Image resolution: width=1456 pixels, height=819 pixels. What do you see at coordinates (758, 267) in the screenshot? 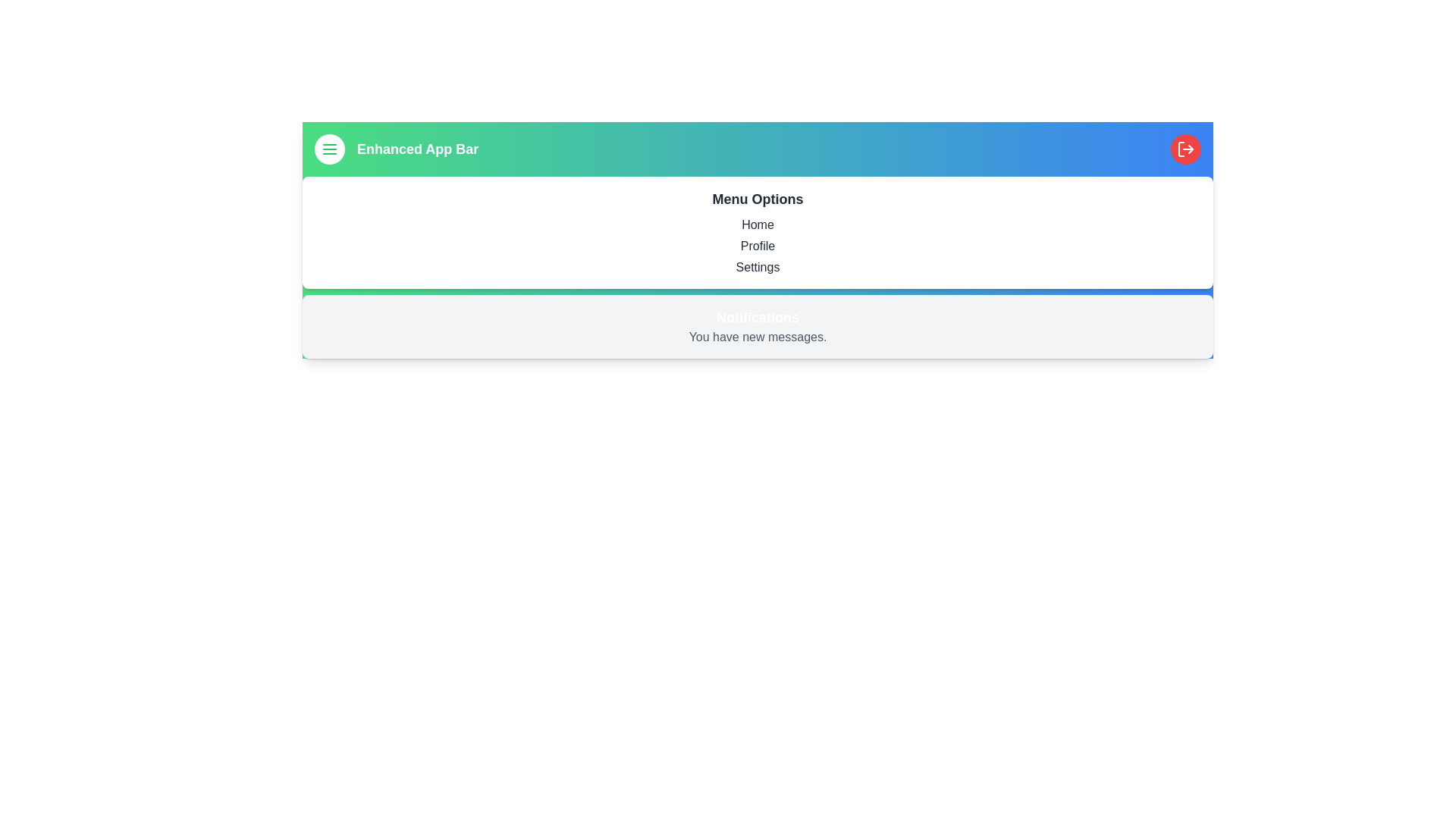
I see `the menu option Settings to navigate to the respective page` at bounding box center [758, 267].